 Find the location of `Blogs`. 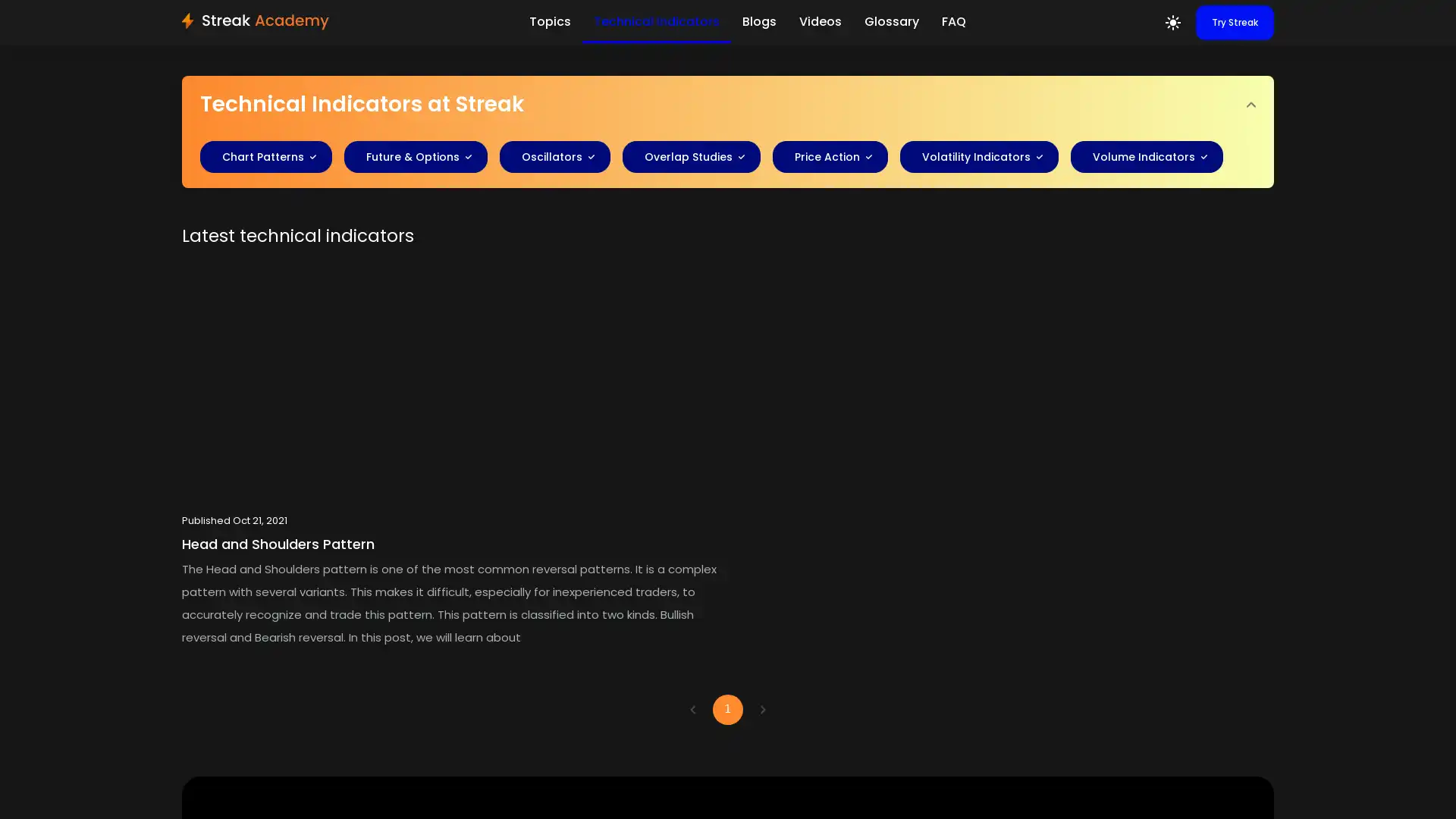

Blogs is located at coordinates (758, 20).